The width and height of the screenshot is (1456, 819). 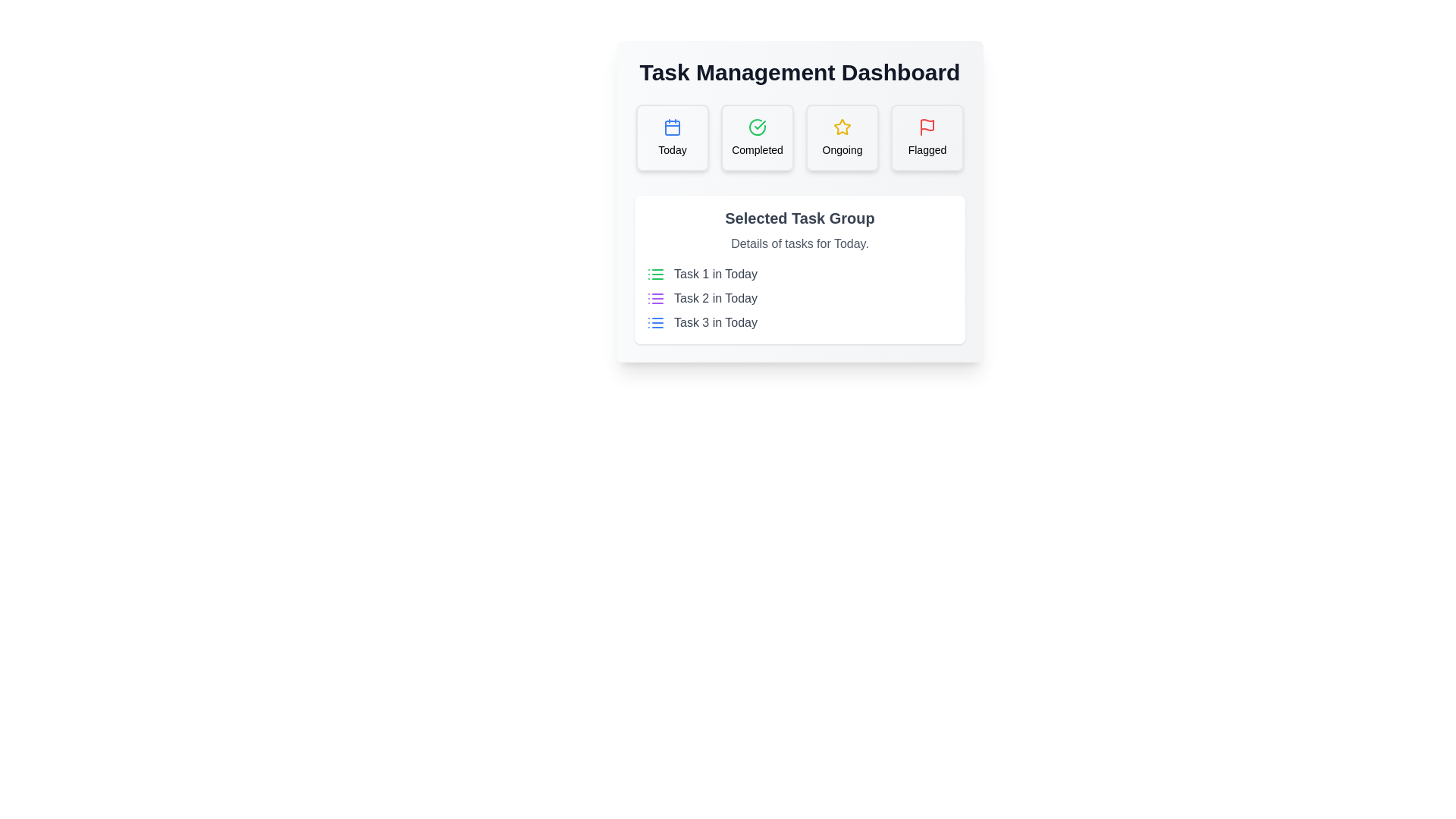 What do you see at coordinates (841, 126) in the screenshot?
I see `the star icon with a hollow interior and orange-colored outline, located between the 'Completed' and 'Flagged' icons` at bounding box center [841, 126].